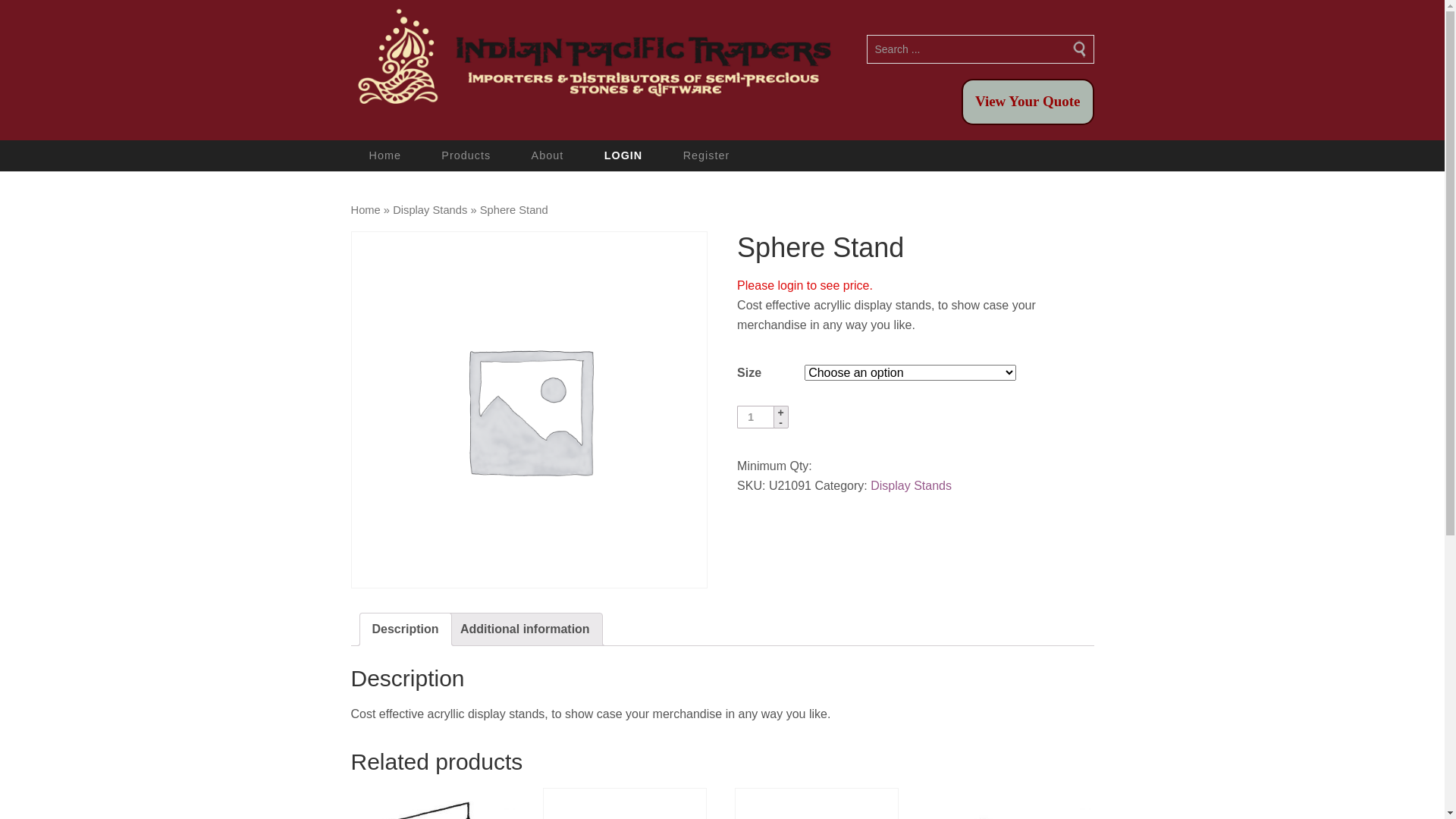  What do you see at coordinates (756, 416) in the screenshot?
I see `'Qty'` at bounding box center [756, 416].